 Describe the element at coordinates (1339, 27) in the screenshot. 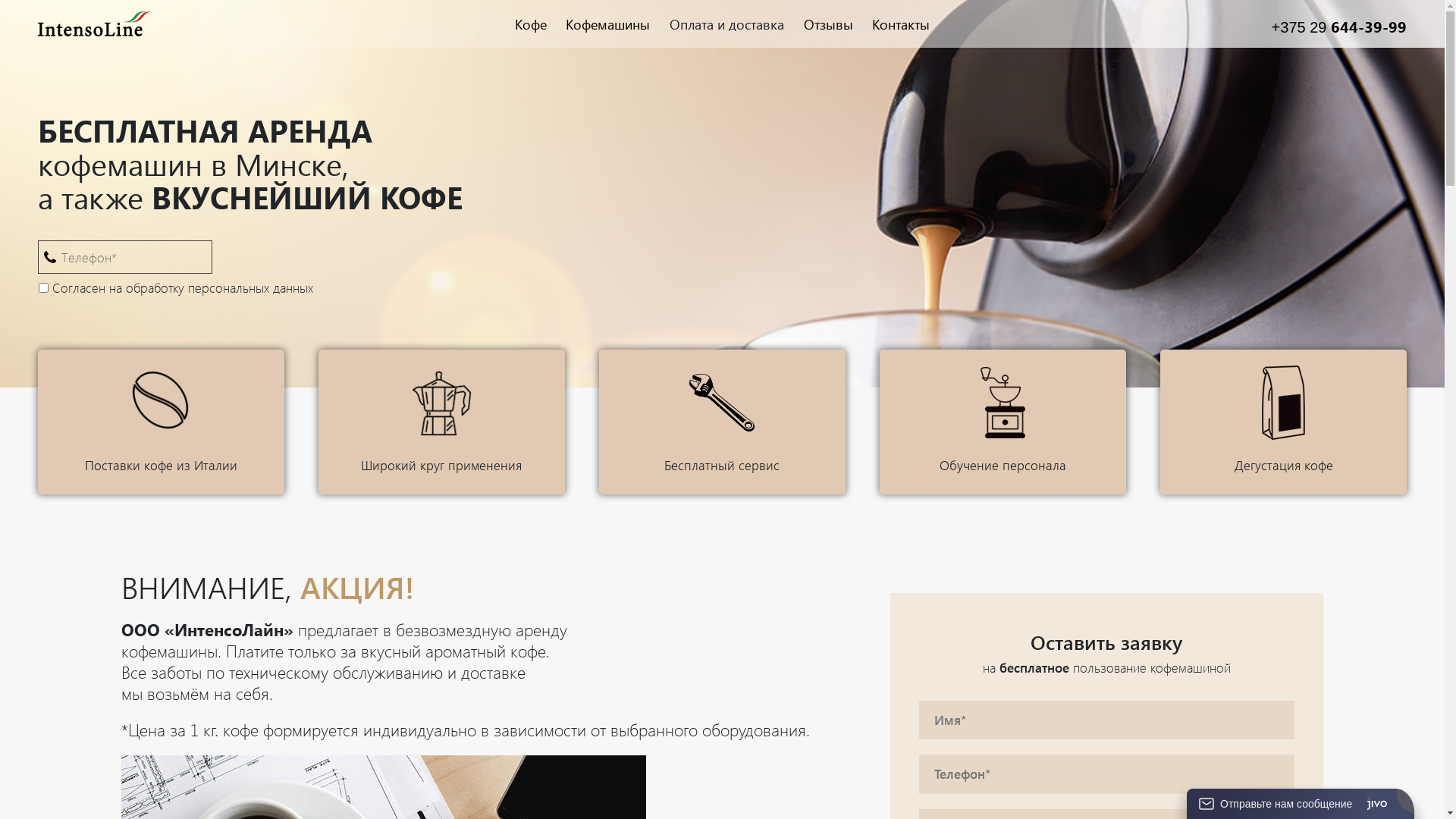

I see `'+375 29 644-39-99'` at that location.